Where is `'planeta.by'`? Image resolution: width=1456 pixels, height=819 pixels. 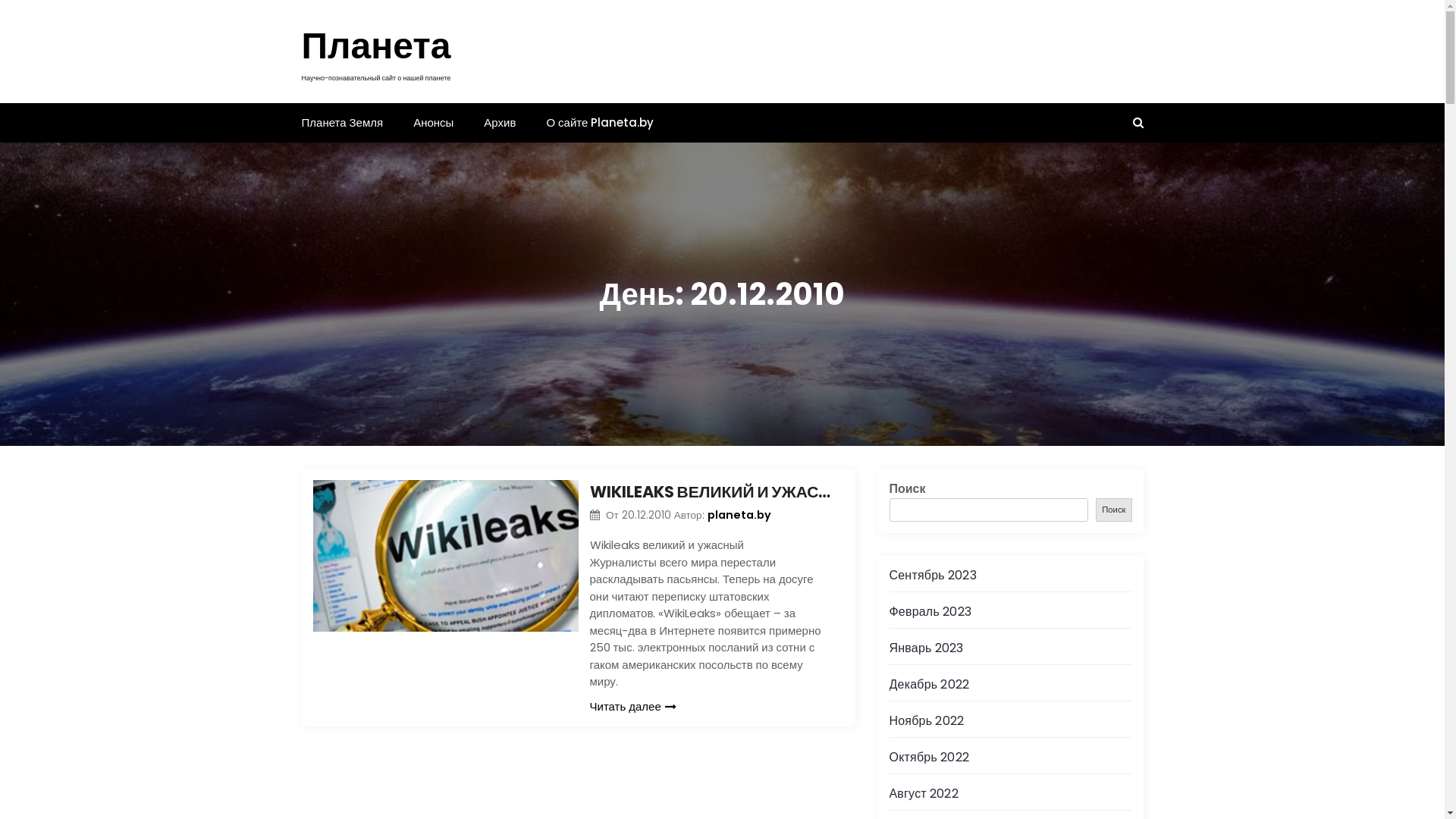 'planeta.by' is located at coordinates (739, 513).